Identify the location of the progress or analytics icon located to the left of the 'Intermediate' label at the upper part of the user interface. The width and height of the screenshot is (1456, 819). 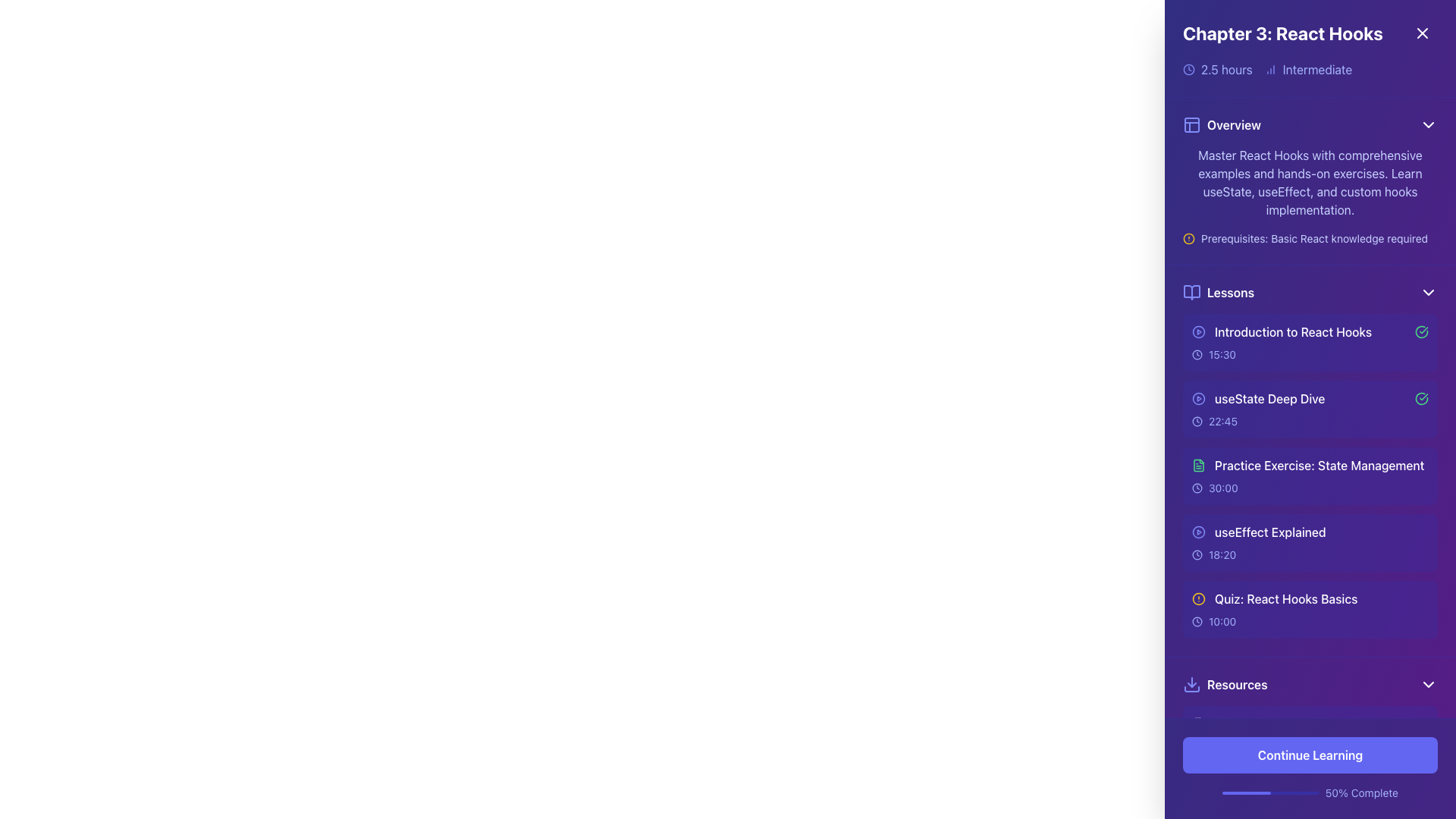
(1270, 70).